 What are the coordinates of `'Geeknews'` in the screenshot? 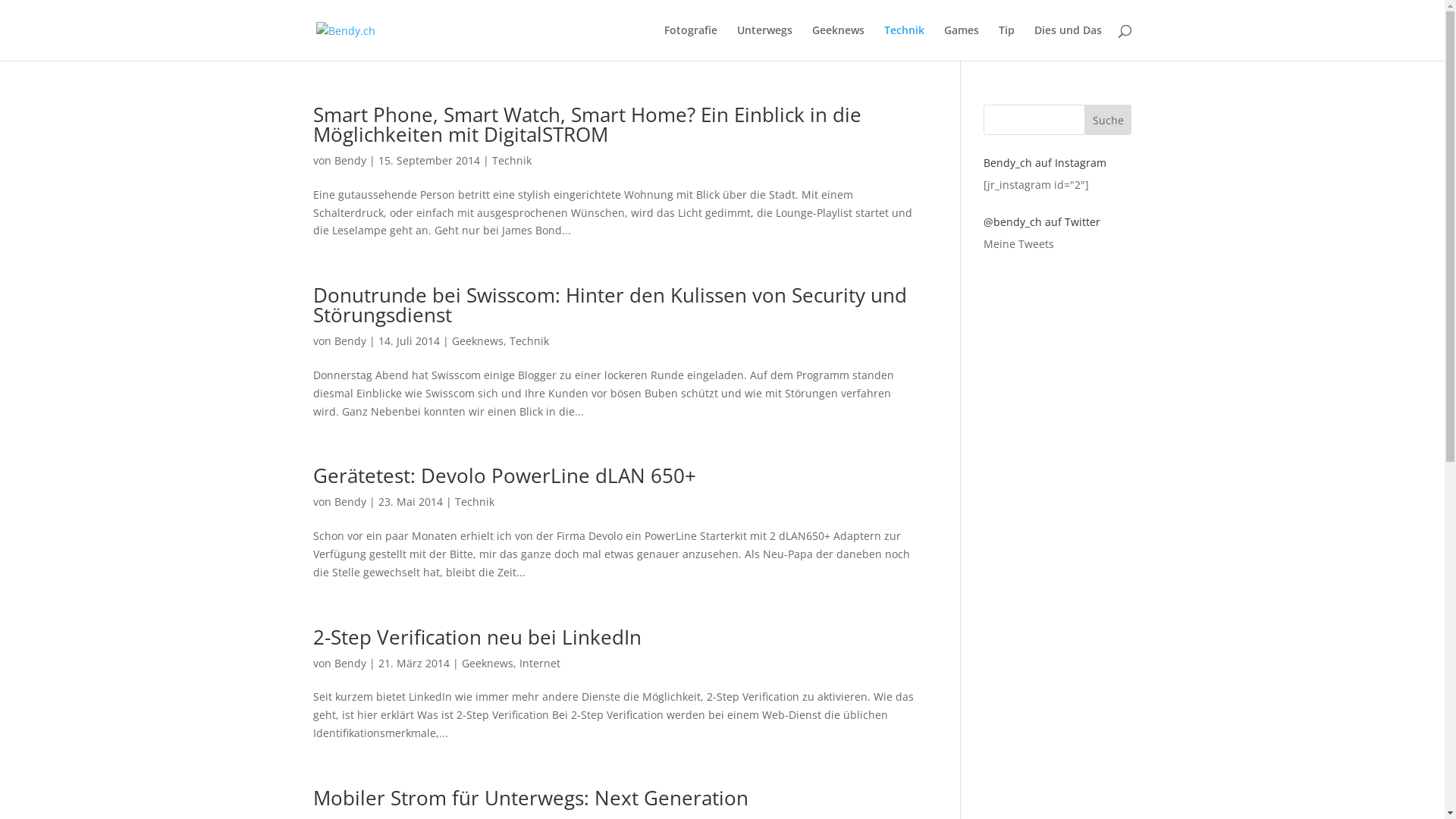 It's located at (450, 340).